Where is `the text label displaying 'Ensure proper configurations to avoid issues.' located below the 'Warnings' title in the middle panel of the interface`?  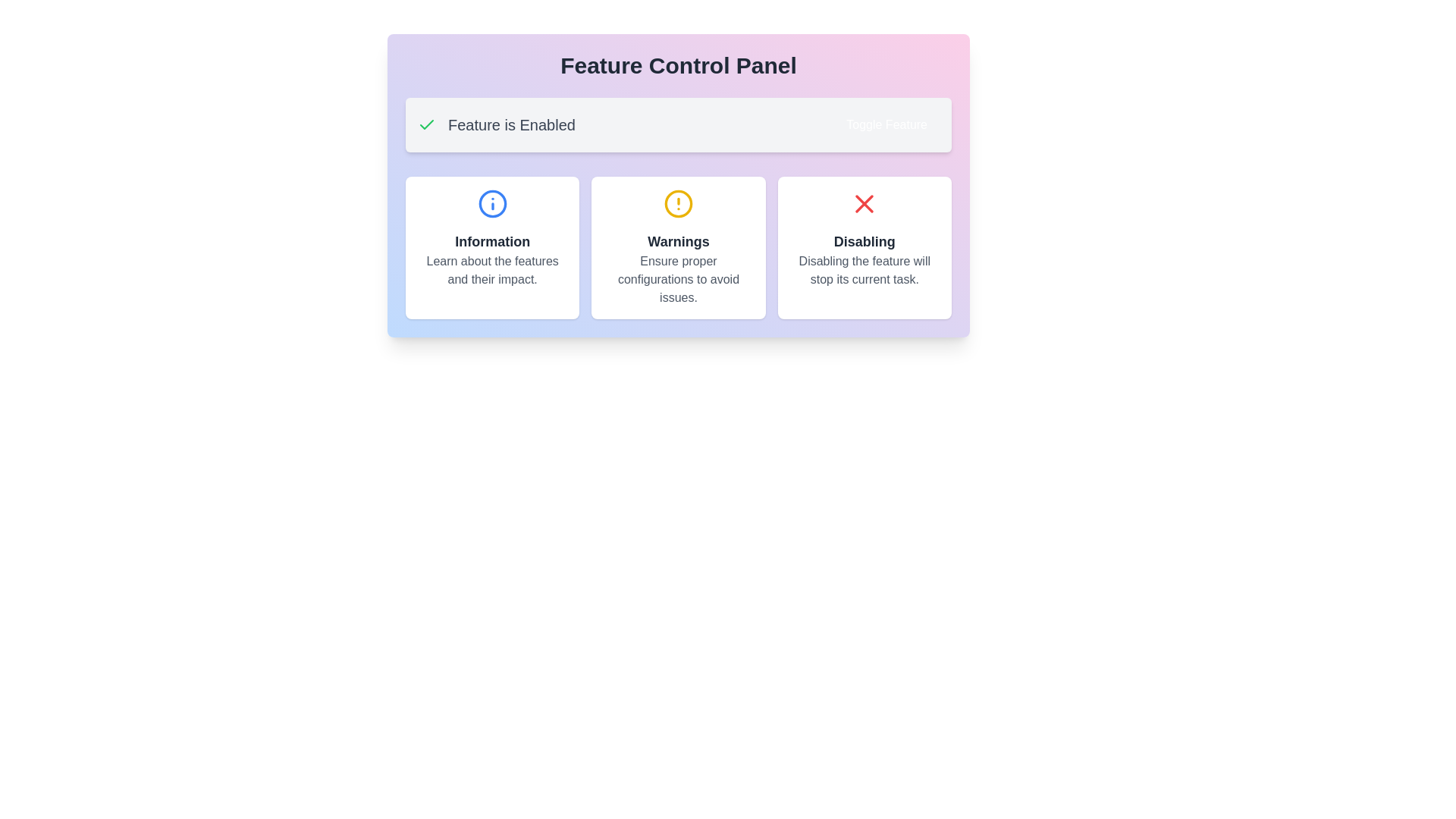 the text label displaying 'Ensure proper configurations to avoid issues.' located below the 'Warnings' title in the middle panel of the interface is located at coordinates (677, 280).